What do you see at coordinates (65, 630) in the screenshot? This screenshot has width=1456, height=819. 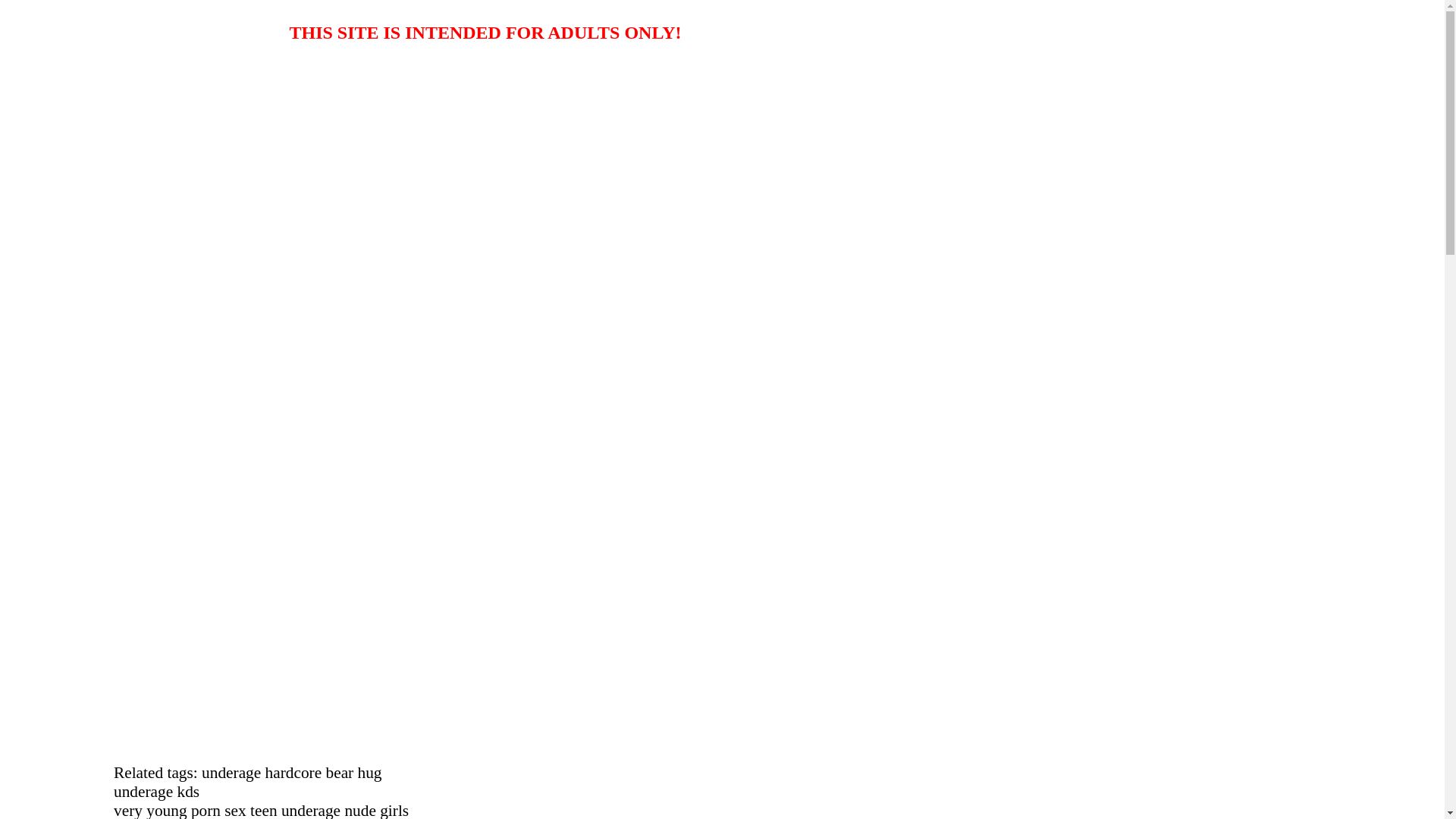 I see `'RSS of the latest trackbacks'` at bounding box center [65, 630].